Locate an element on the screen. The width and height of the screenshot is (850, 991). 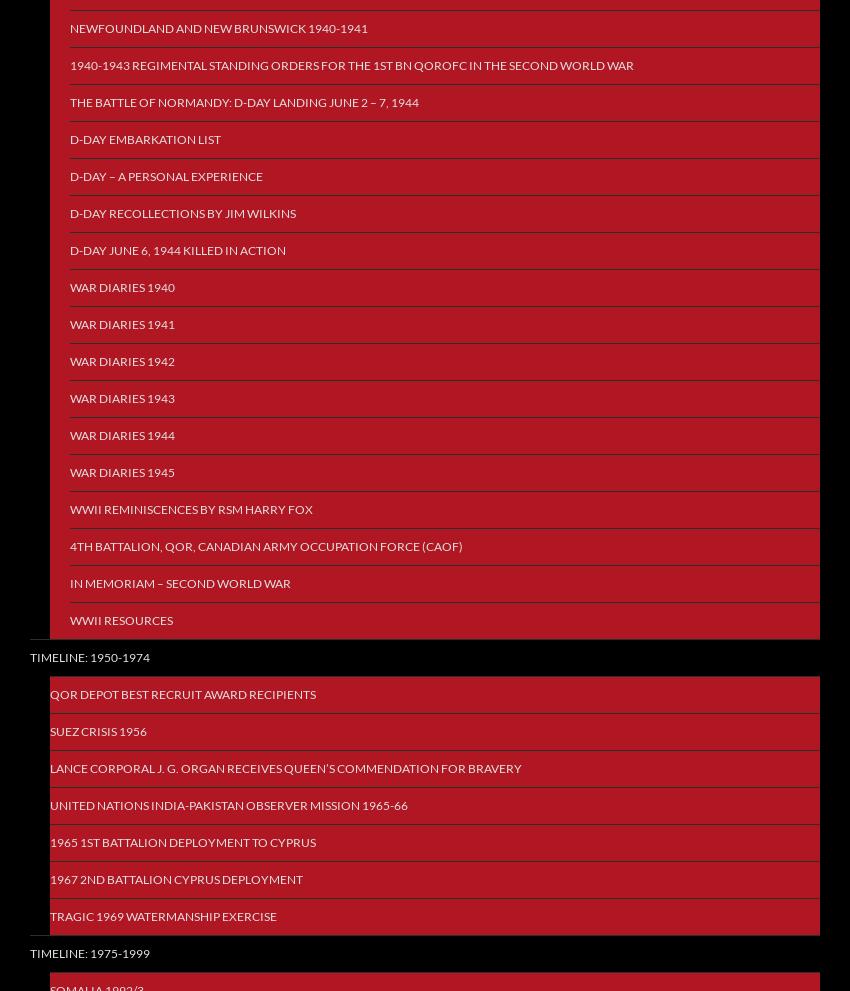
'United Nations India-Pakistan Observer Mission 1965-66' is located at coordinates (228, 805).